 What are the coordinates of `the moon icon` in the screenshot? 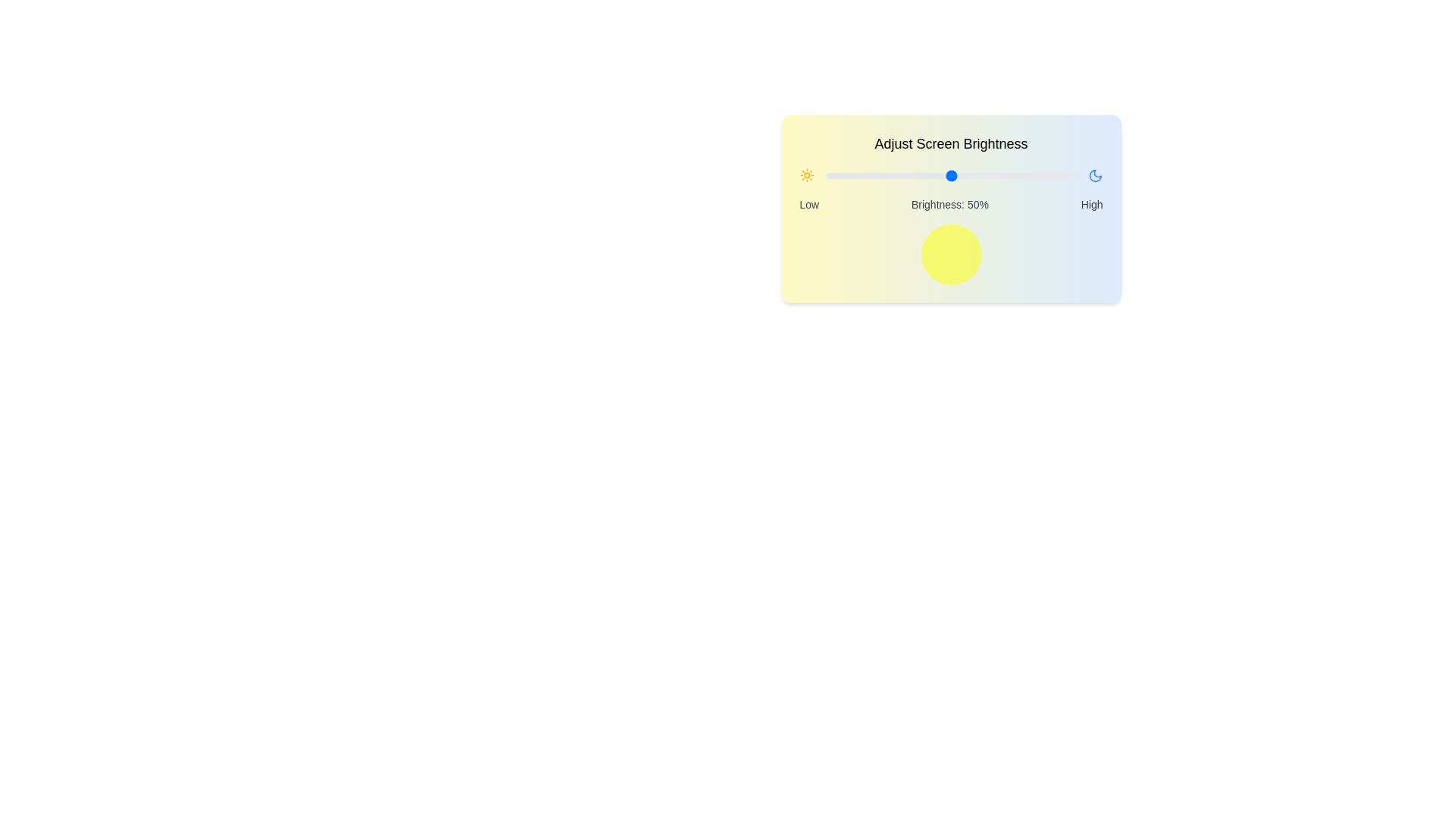 It's located at (1095, 174).